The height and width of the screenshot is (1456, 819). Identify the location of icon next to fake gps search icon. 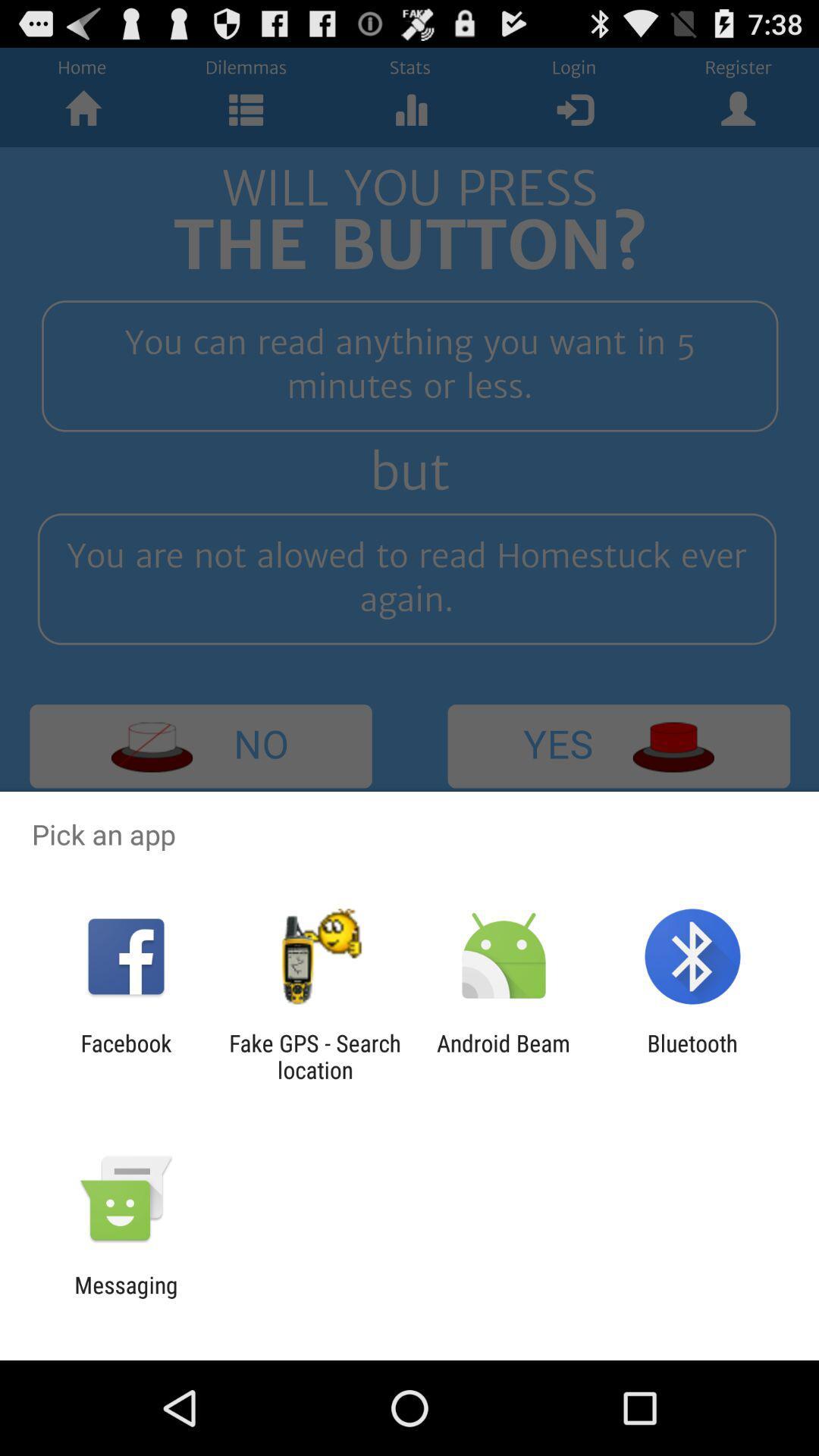
(504, 1056).